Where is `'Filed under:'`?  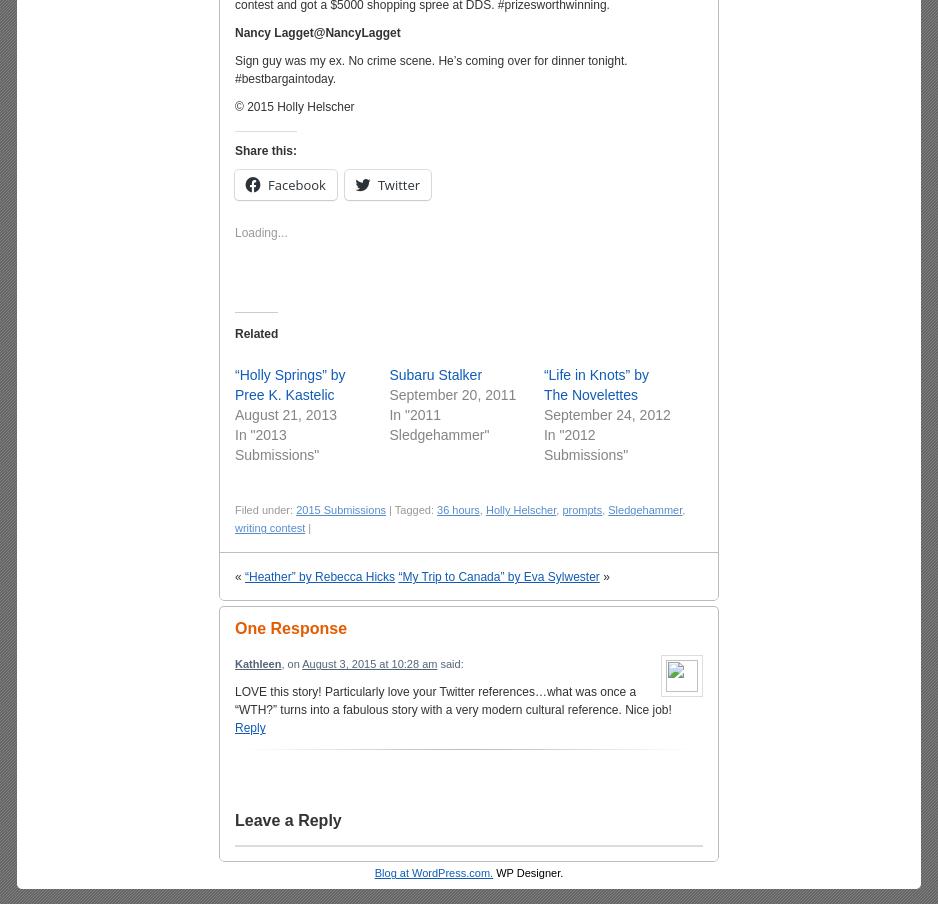
'Filed under:' is located at coordinates (264, 510).